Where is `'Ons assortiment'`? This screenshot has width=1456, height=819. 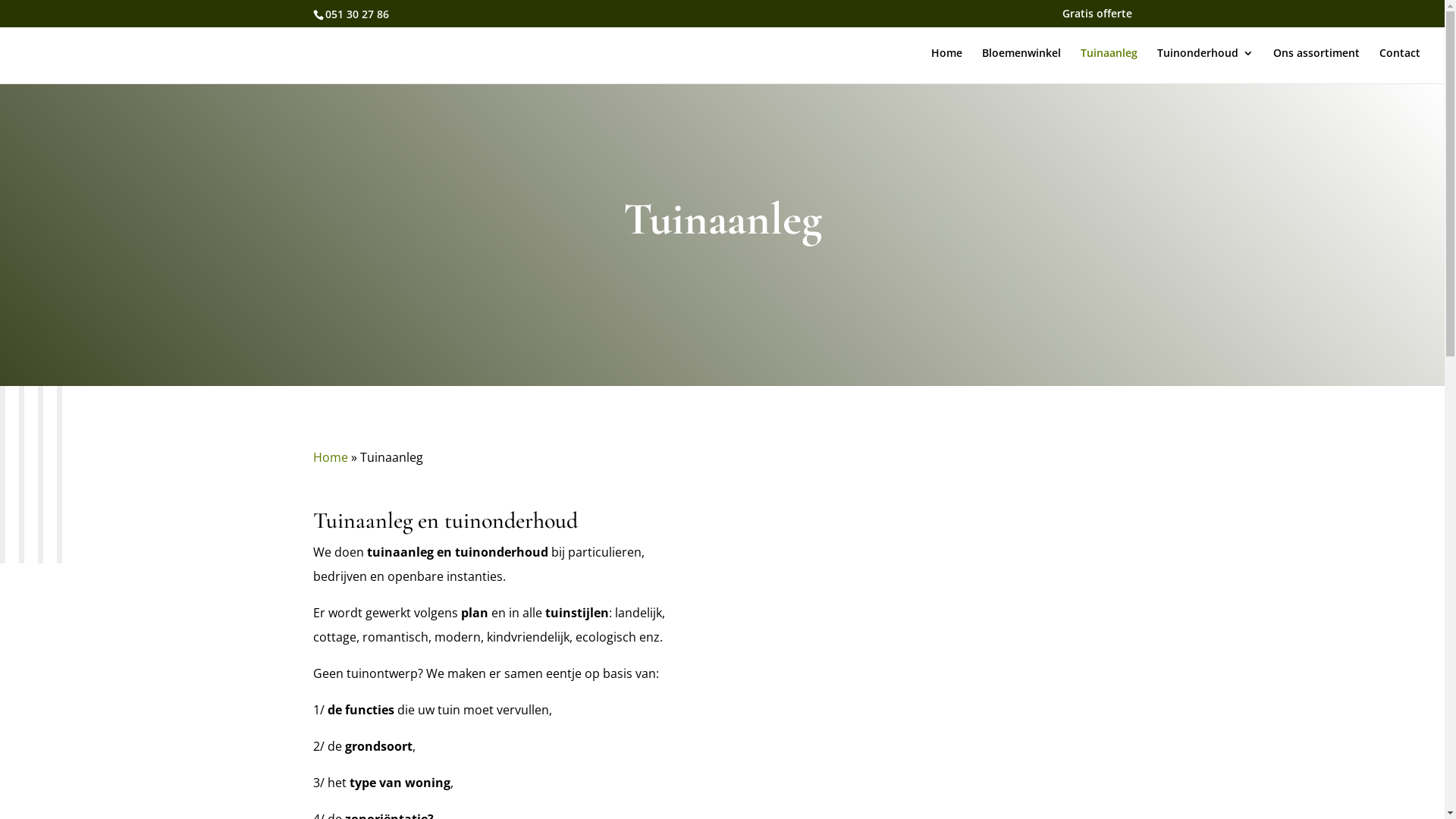
'Ons assortiment' is located at coordinates (1316, 64).